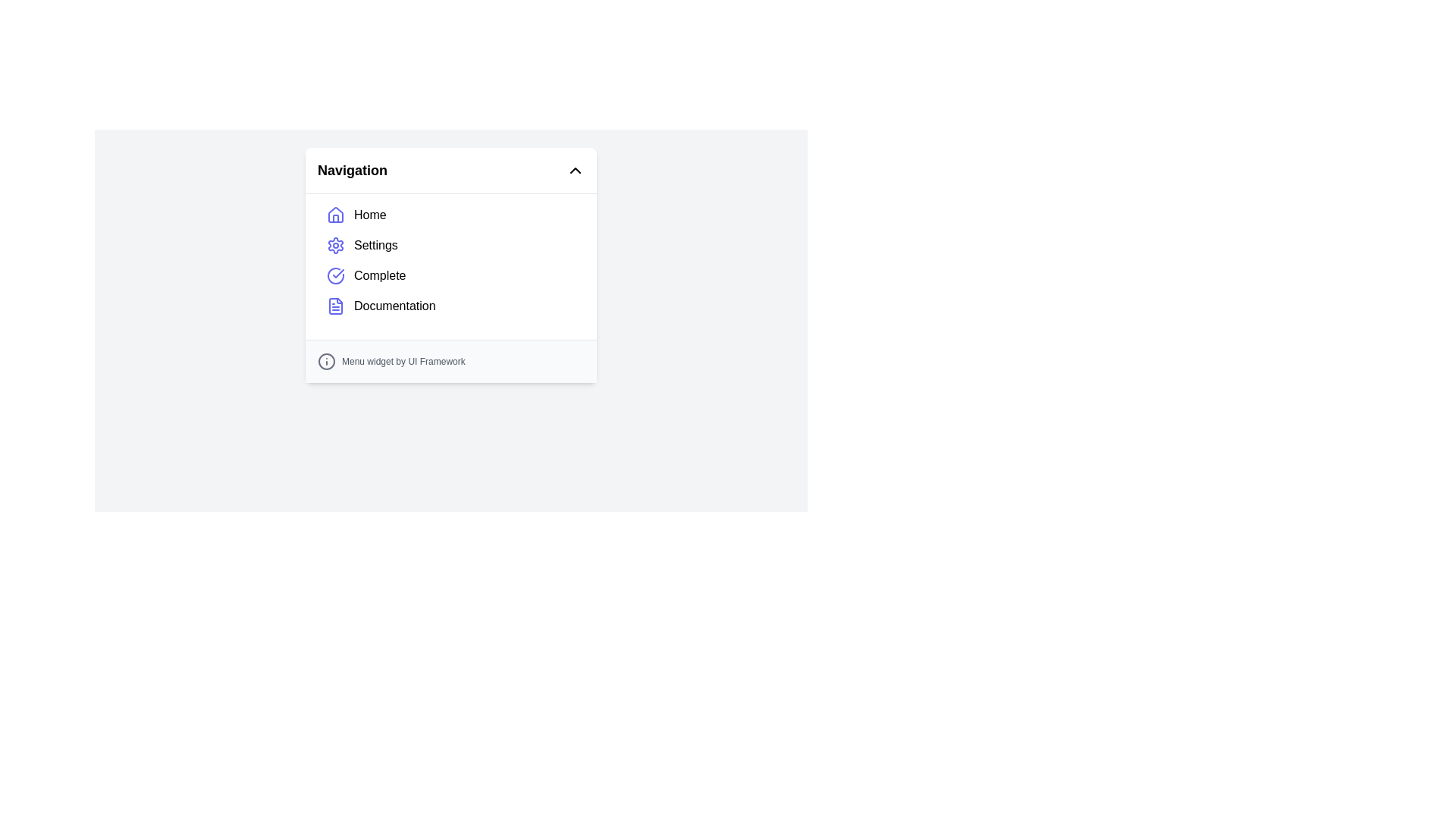  I want to click on the non-interactive icon located at the leftmost side of the footer section of the dropdown menu, which precedes the text label 'Menu widget by UI Framework.', so click(326, 362).